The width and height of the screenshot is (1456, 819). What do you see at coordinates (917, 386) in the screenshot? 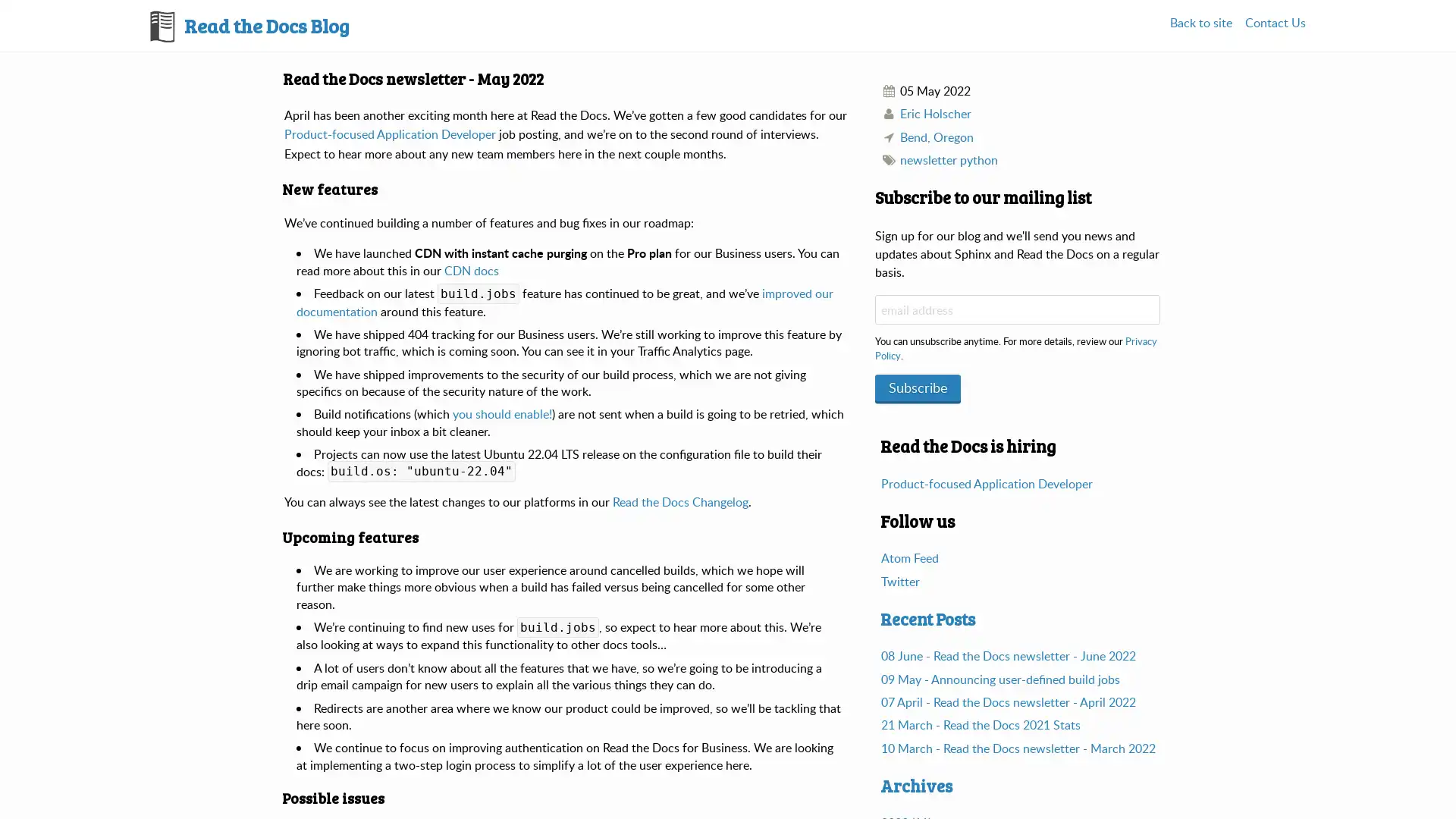
I see `Subscribe` at bounding box center [917, 386].